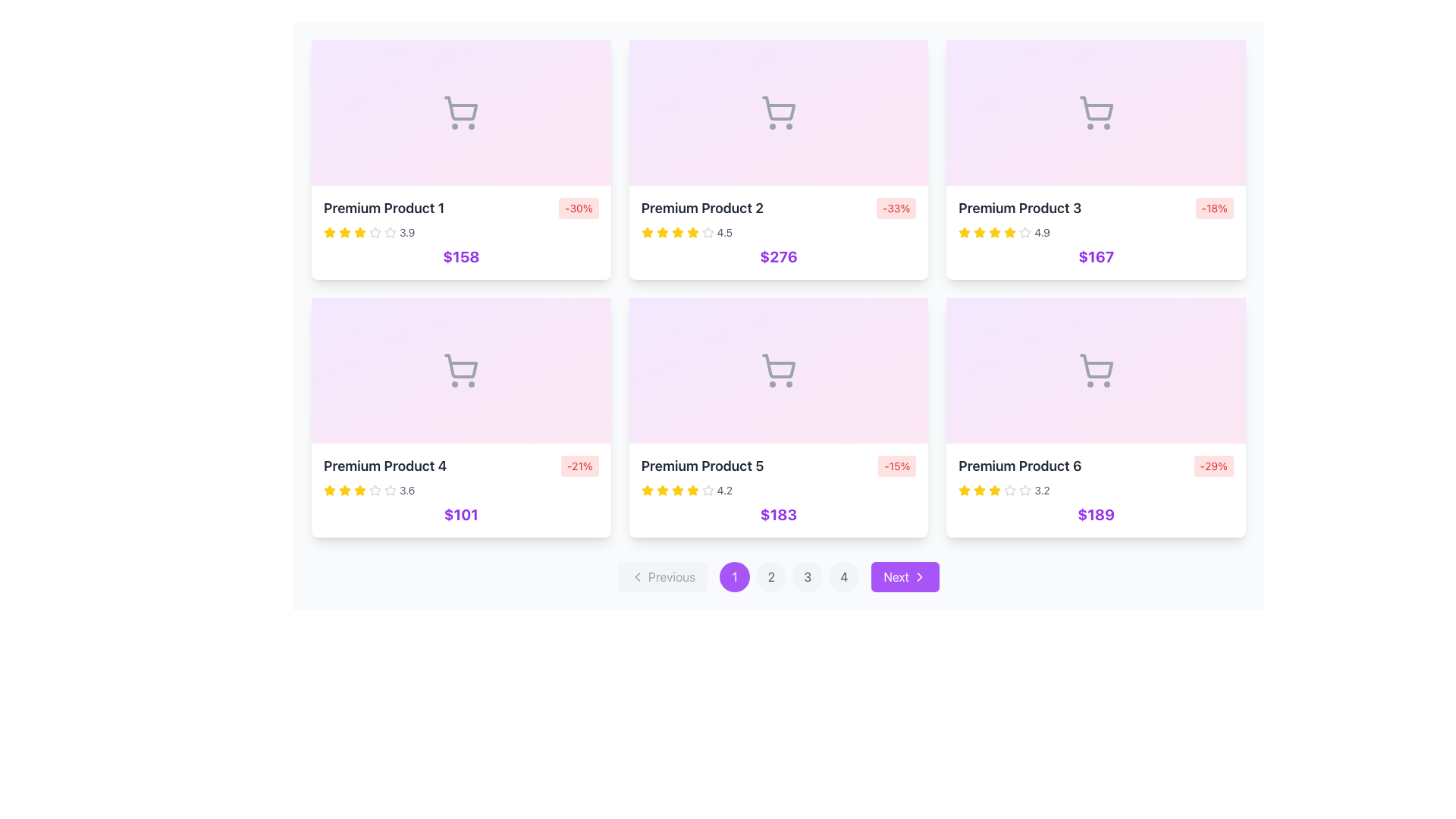  Describe the element at coordinates (663, 576) in the screenshot. I see `the disabled previous page button located at the bottom left of the navigation controls` at that location.